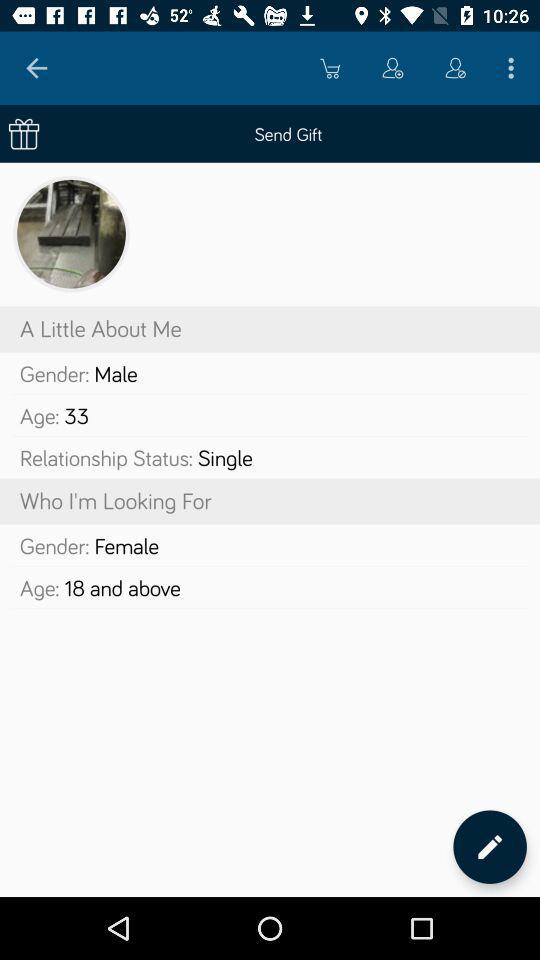 The height and width of the screenshot is (960, 540). Describe the element at coordinates (489, 846) in the screenshot. I see `edit profile` at that location.